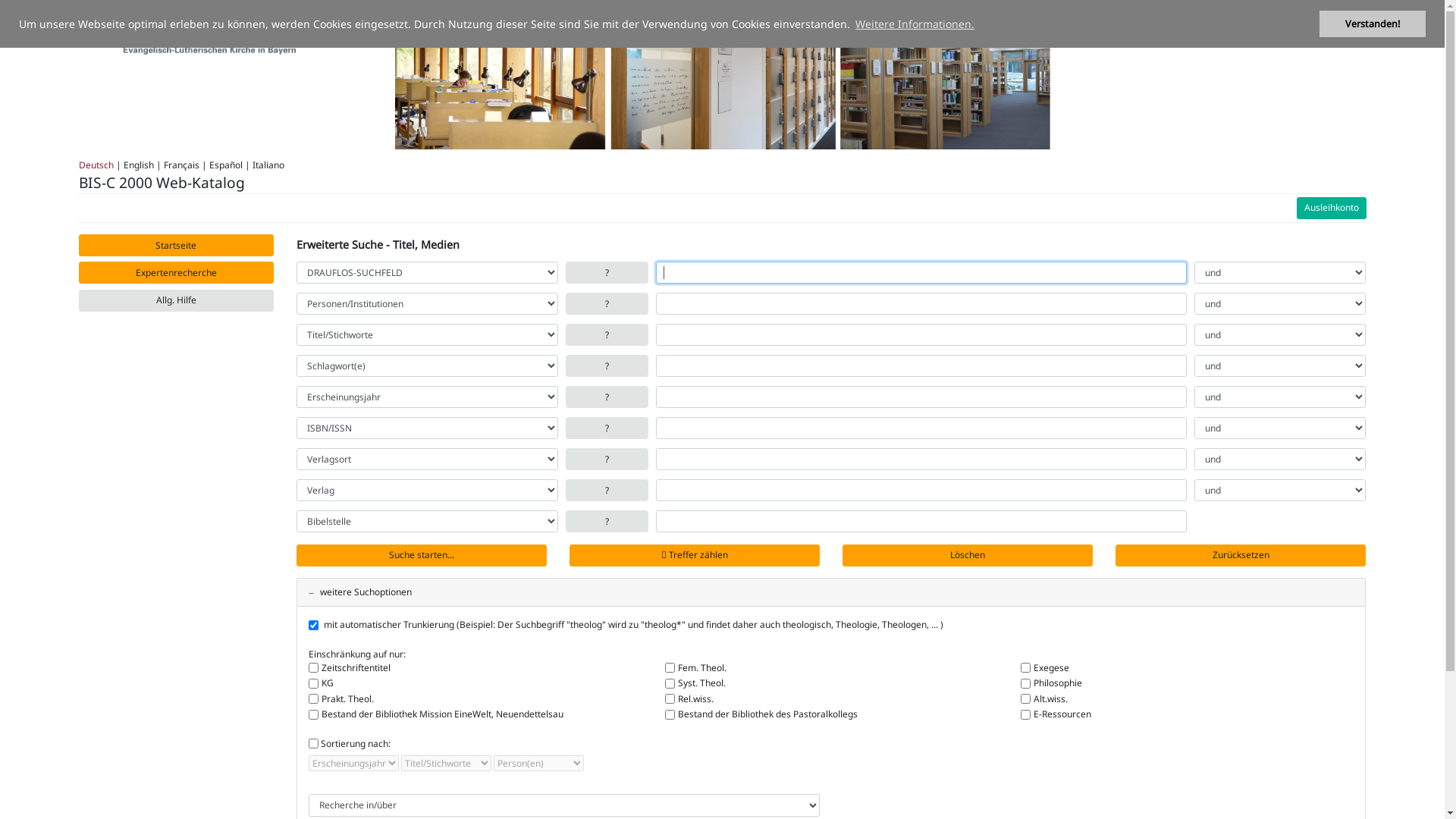  What do you see at coordinates (422, 555) in the screenshot?
I see `'Suche starten...'` at bounding box center [422, 555].